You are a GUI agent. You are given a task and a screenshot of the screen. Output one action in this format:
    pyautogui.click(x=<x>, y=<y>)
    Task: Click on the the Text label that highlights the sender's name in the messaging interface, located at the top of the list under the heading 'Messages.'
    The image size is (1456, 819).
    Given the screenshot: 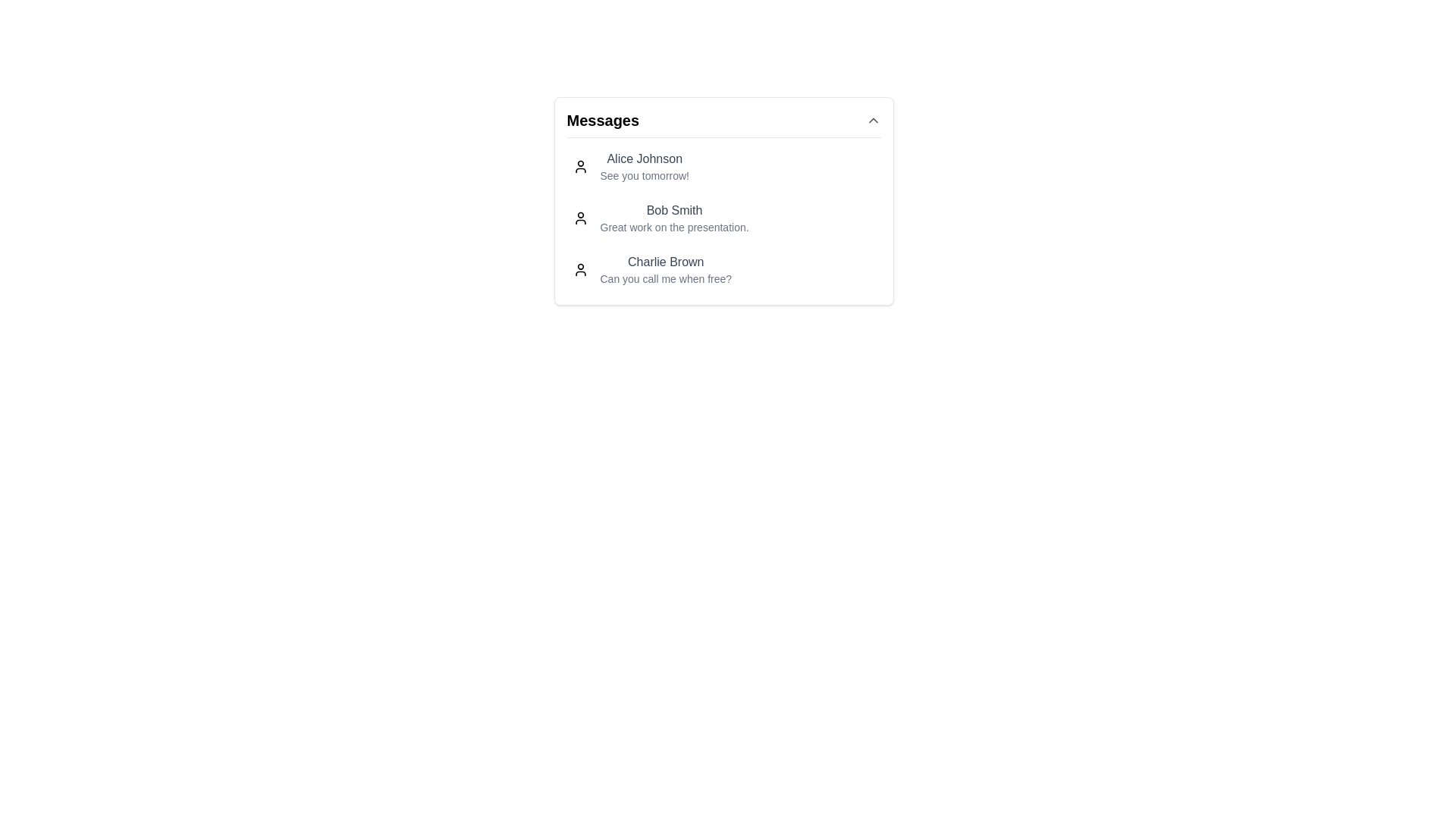 What is the action you would take?
    pyautogui.click(x=645, y=158)
    